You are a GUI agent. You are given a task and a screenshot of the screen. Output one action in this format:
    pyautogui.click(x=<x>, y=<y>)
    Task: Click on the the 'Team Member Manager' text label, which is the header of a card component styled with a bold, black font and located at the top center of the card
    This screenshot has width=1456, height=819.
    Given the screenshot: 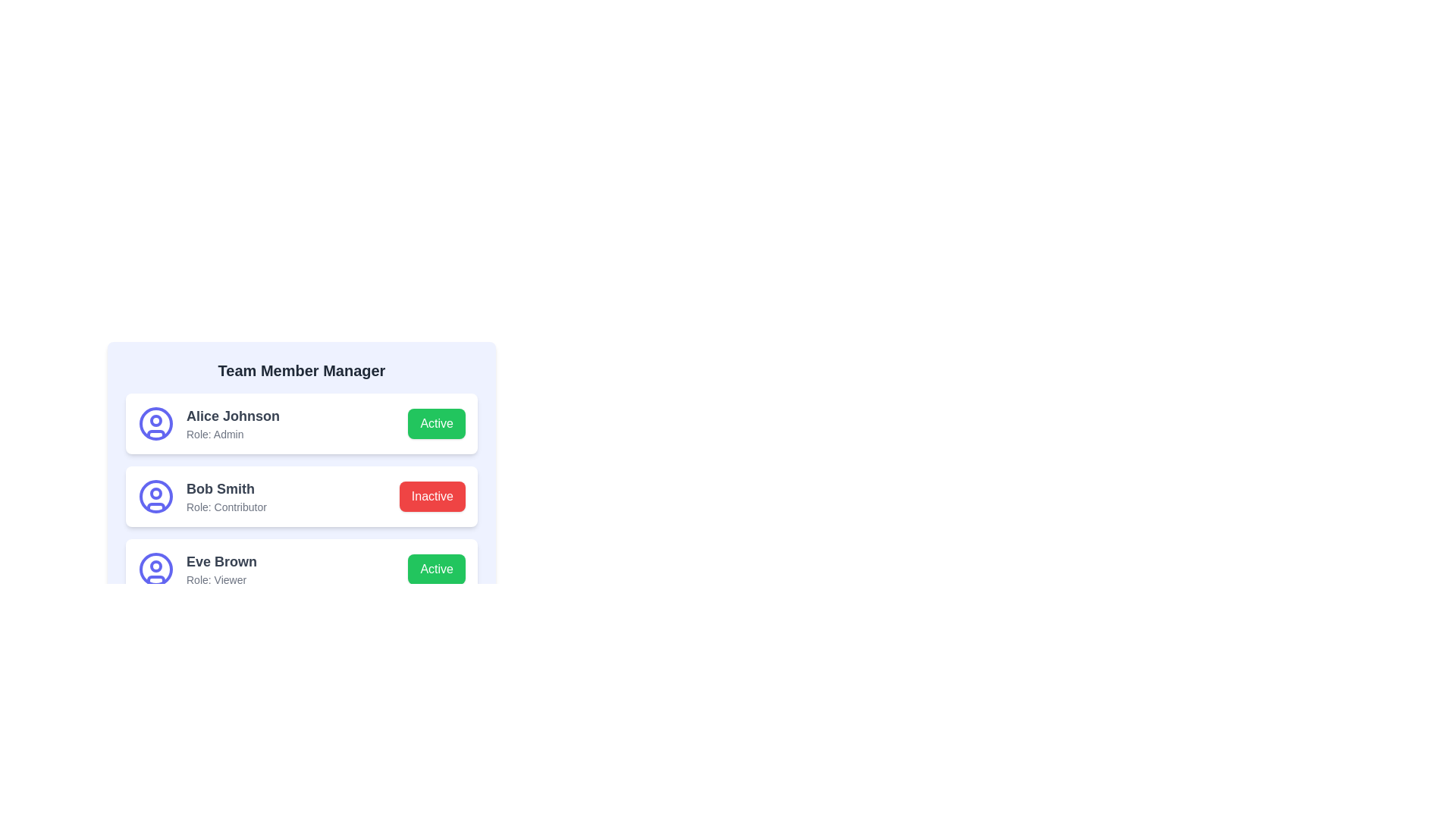 What is the action you would take?
    pyautogui.click(x=302, y=371)
    